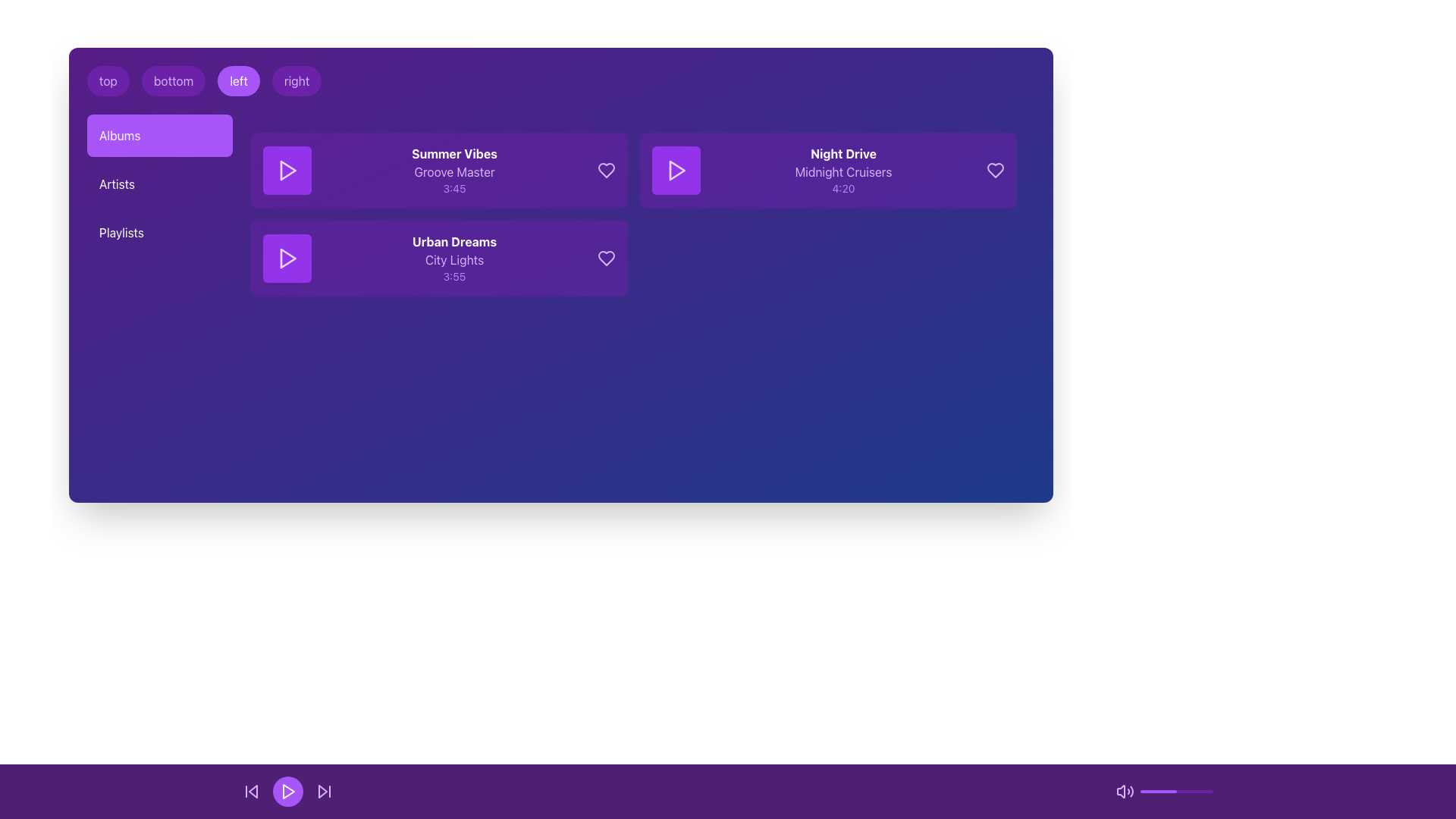  What do you see at coordinates (453, 277) in the screenshot?
I see `the Text Label displaying the duration of the song 'Urban Dreams', located at the bottom-center of the song item following 'City Lights'` at bounding box center [453, 277].